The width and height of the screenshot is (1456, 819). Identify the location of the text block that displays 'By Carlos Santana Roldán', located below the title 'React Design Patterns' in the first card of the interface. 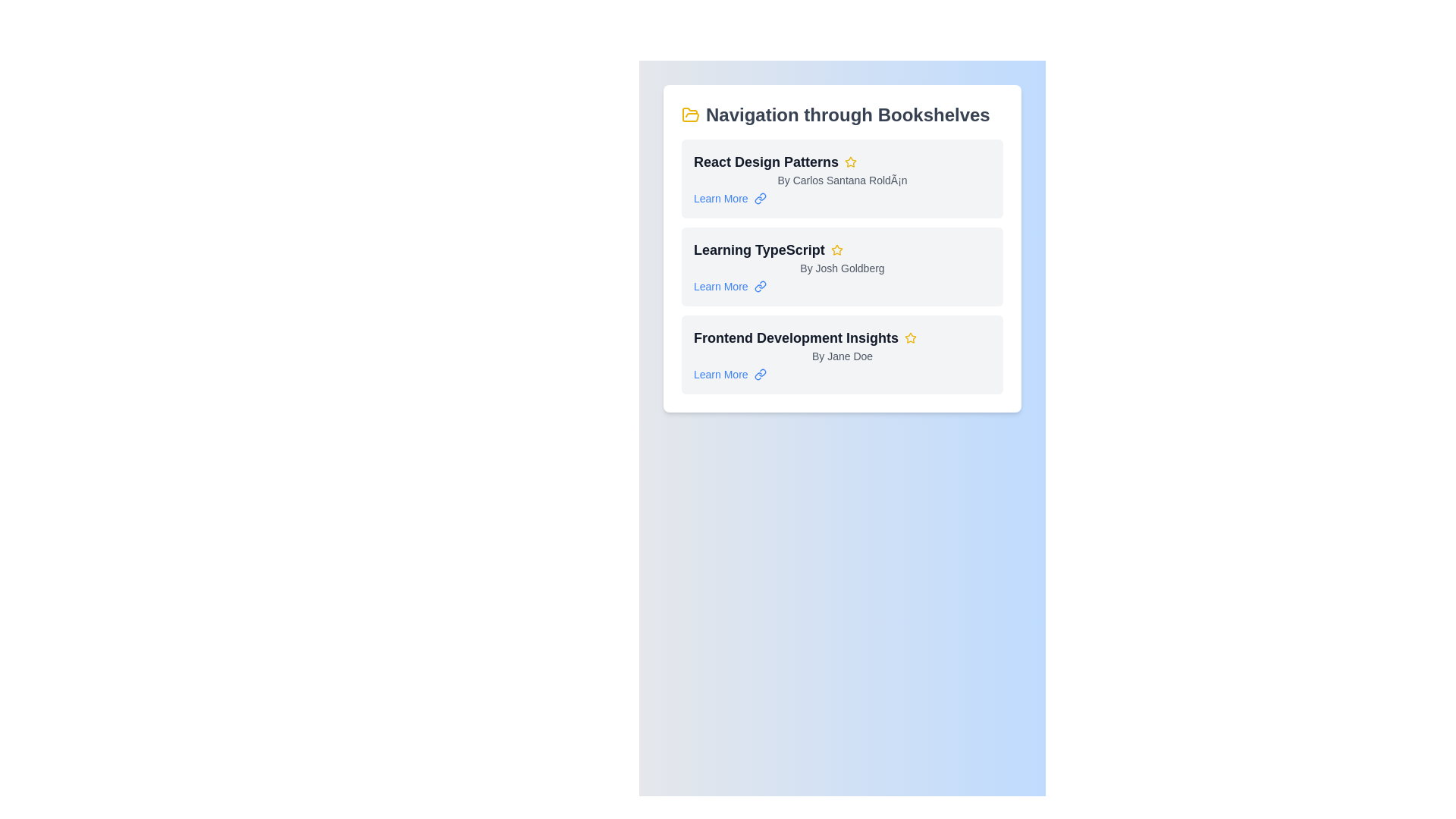
(841, 180).